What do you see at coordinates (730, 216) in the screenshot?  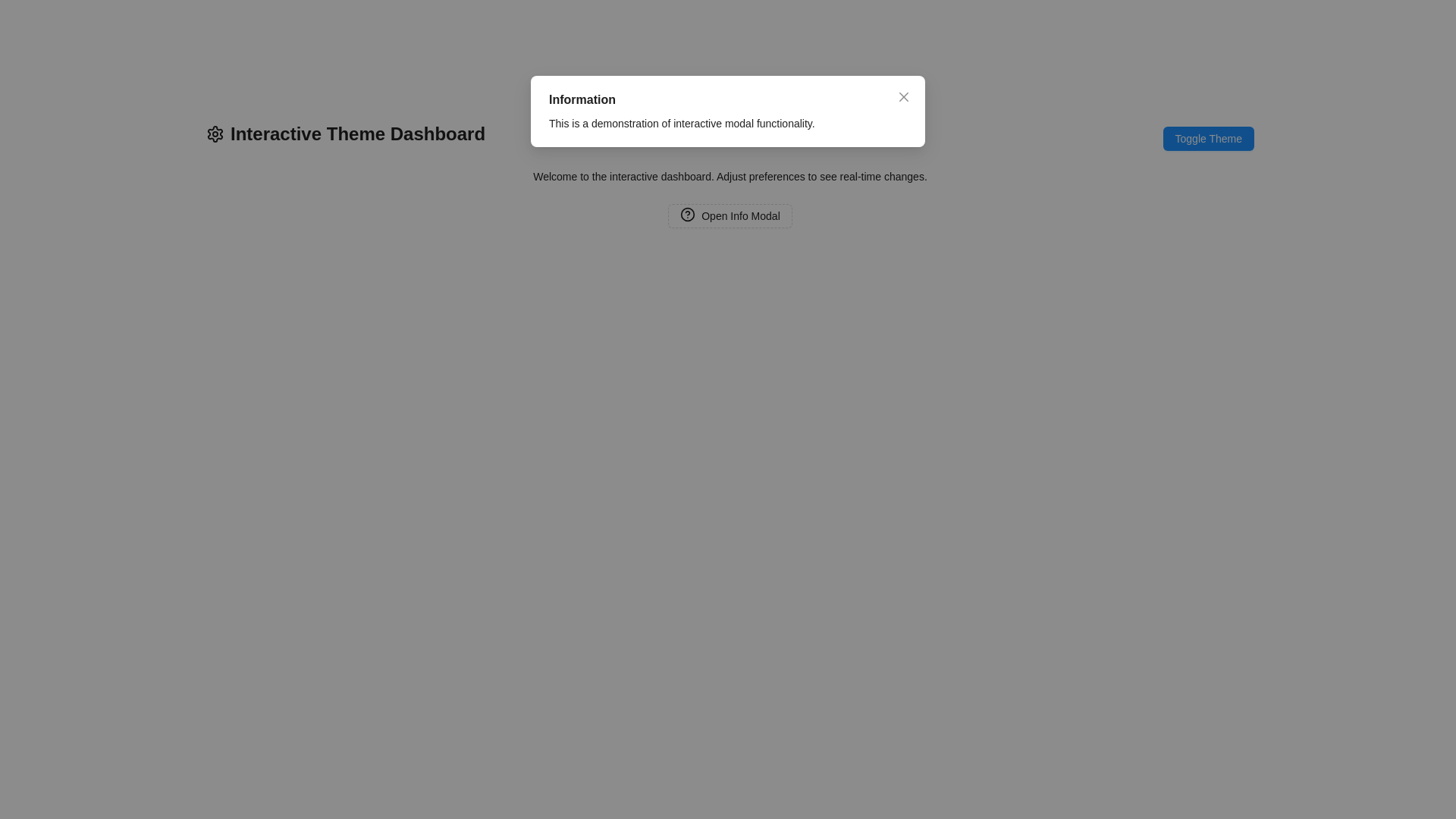 I see `the button labeled 'Open Info Modal' with dashed outlines and a circular icon on its left side` at bounding box center [730, 216].